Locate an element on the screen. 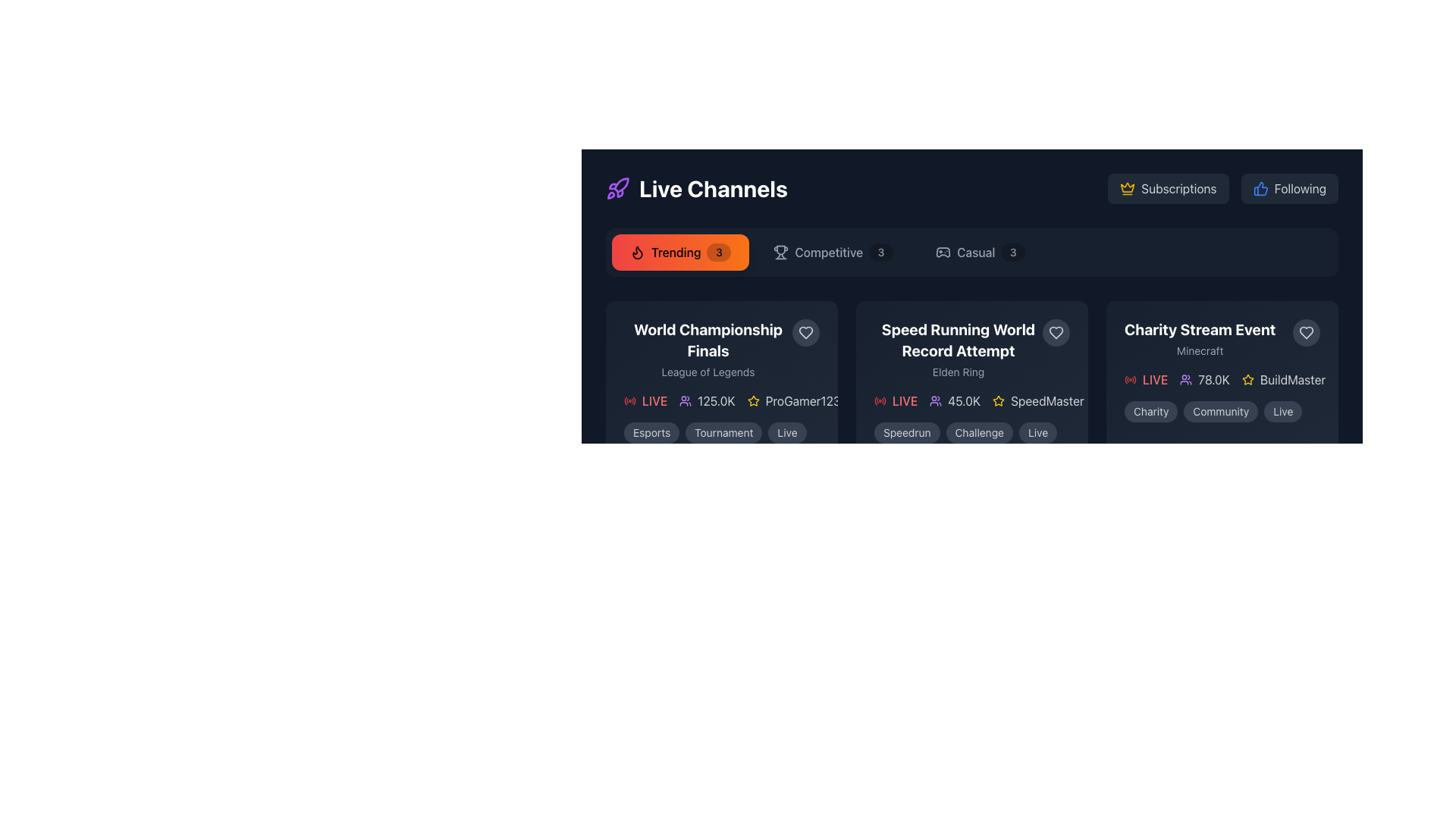  the 'Trending' label, which is displayed in bold, capitalized black font on an orange gradient background is located at coordinates (675, 251).